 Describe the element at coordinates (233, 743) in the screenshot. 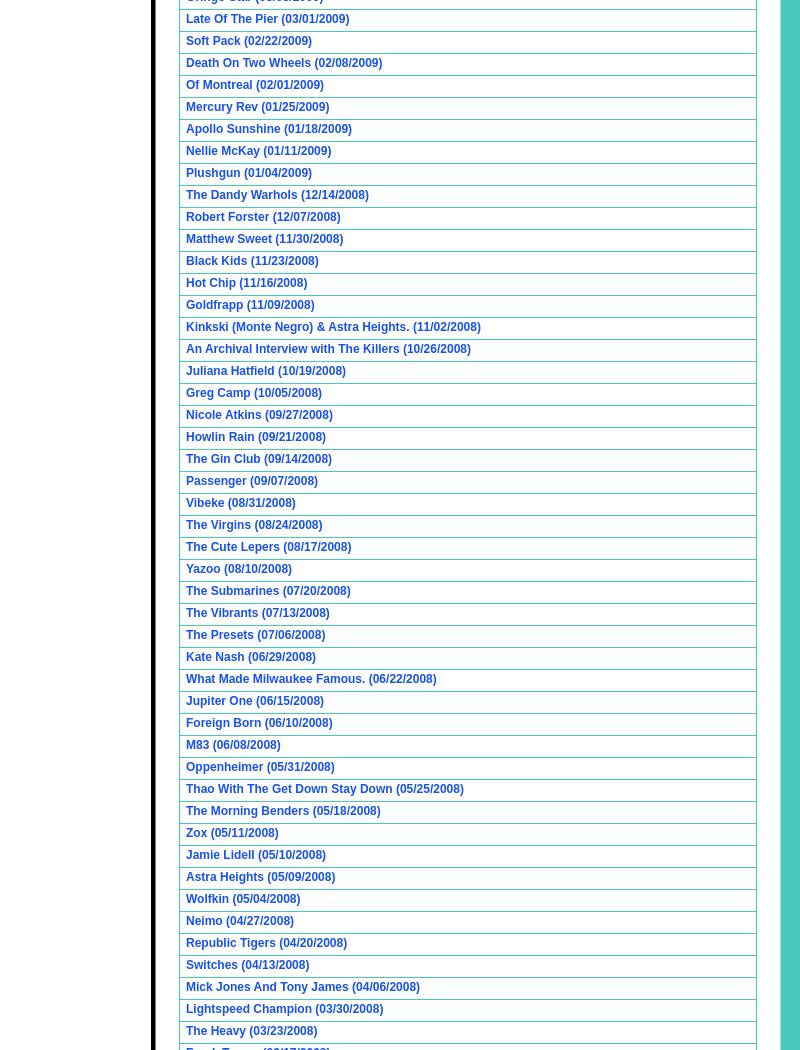

I see `'M83 (06/08/2008)'` at that location.